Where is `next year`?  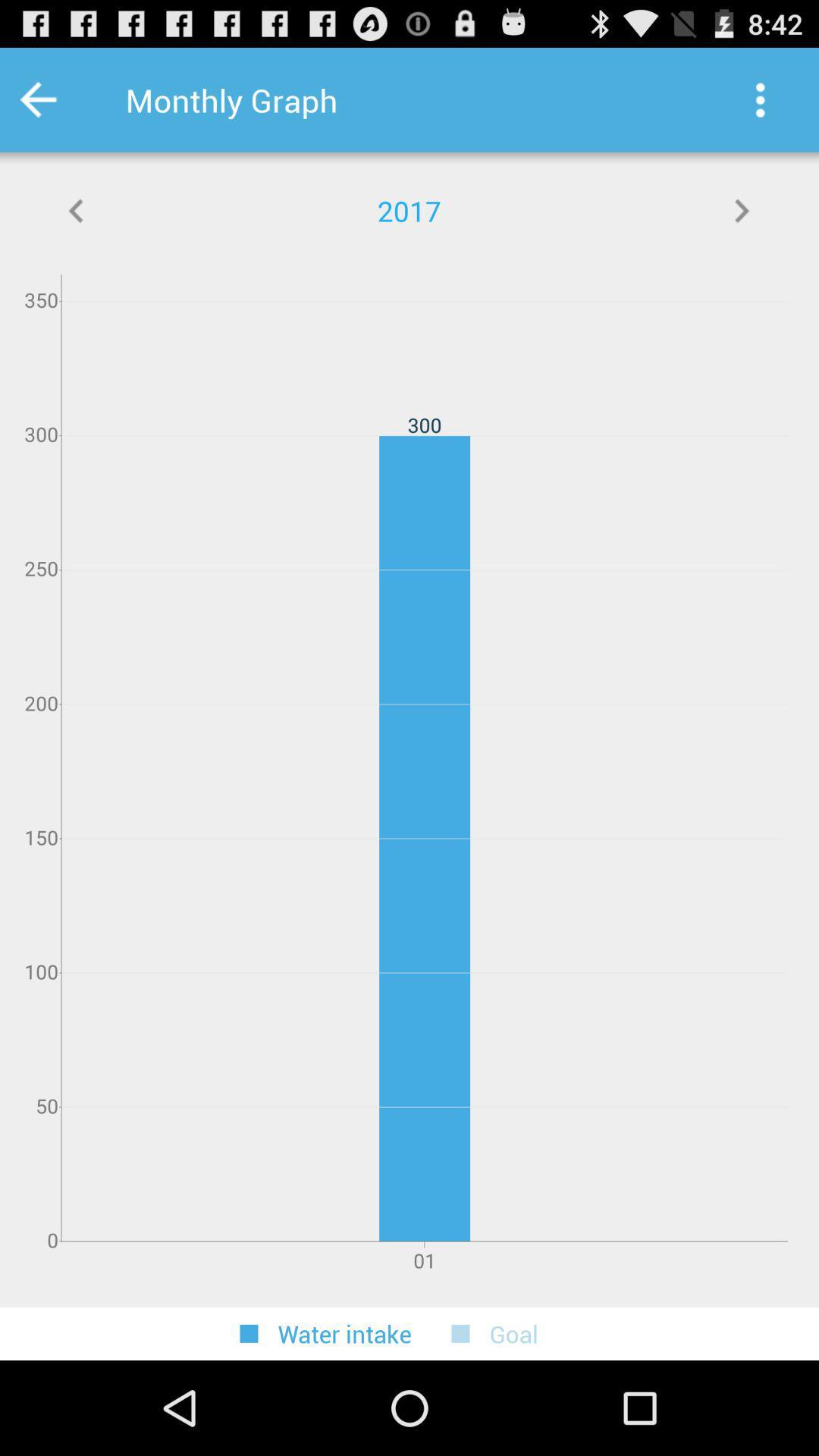 next year is located at coordinates (741, 210).